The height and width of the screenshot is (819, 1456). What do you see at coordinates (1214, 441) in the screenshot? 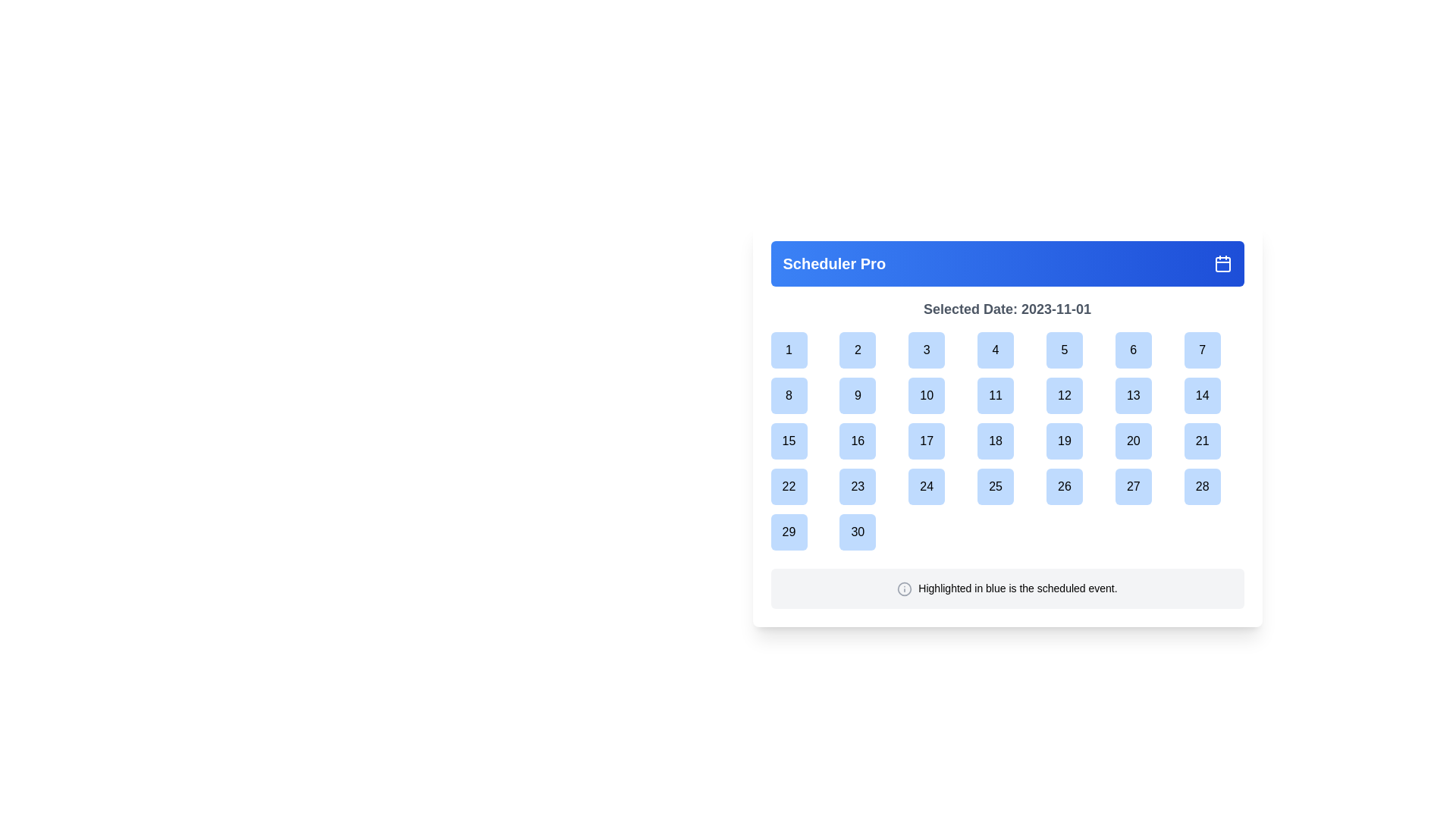
I see `the button representing the 21st date` at bounding box center [1214, 441].